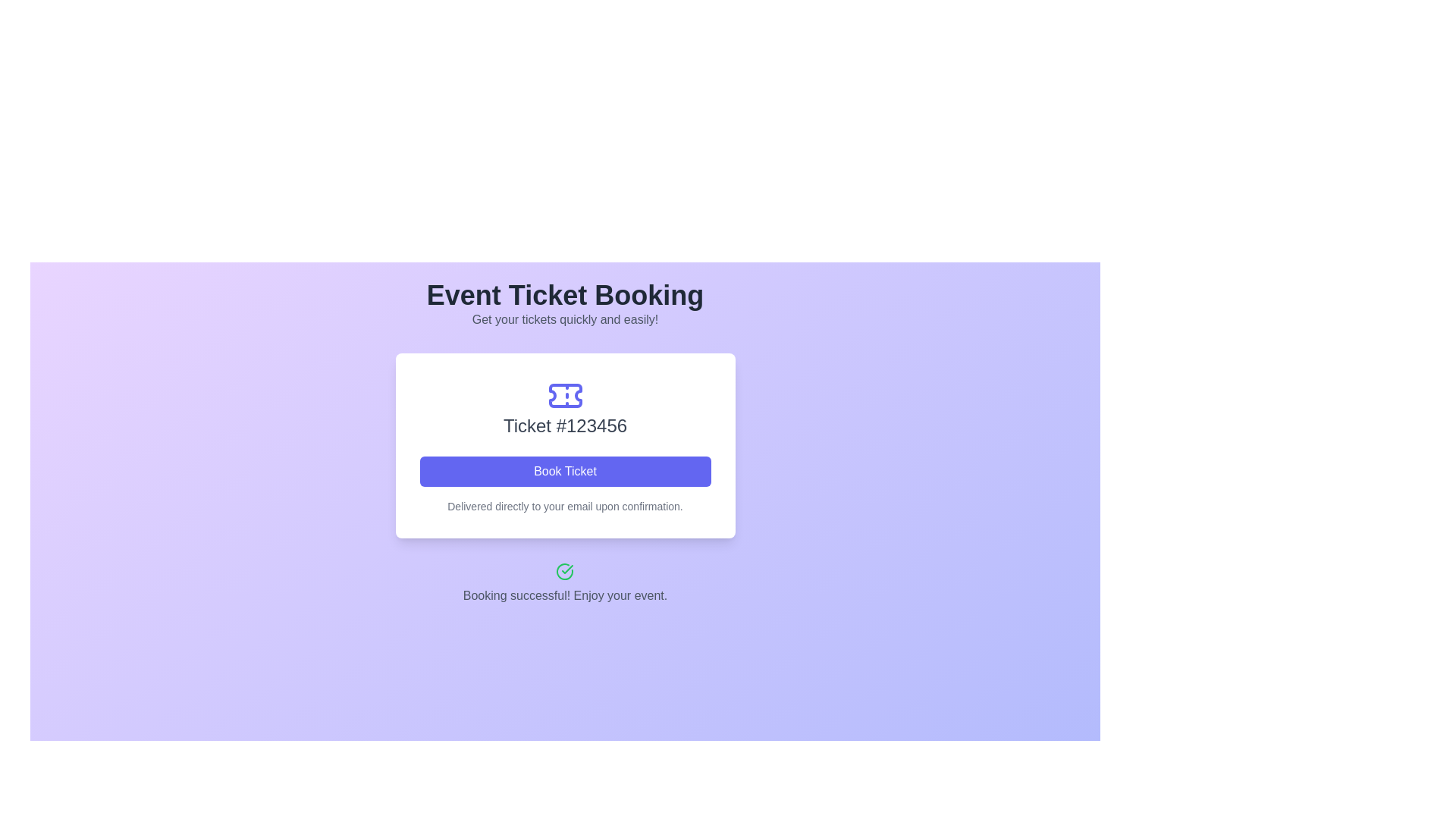 This screenshot has width=1456, height=819. What do you see at coordinates (564, 571) in the screenshot?
I see `the success confirmation icon located above the text 'Booking successful! Enjoy your event.'` at bounding box center [564, 571].